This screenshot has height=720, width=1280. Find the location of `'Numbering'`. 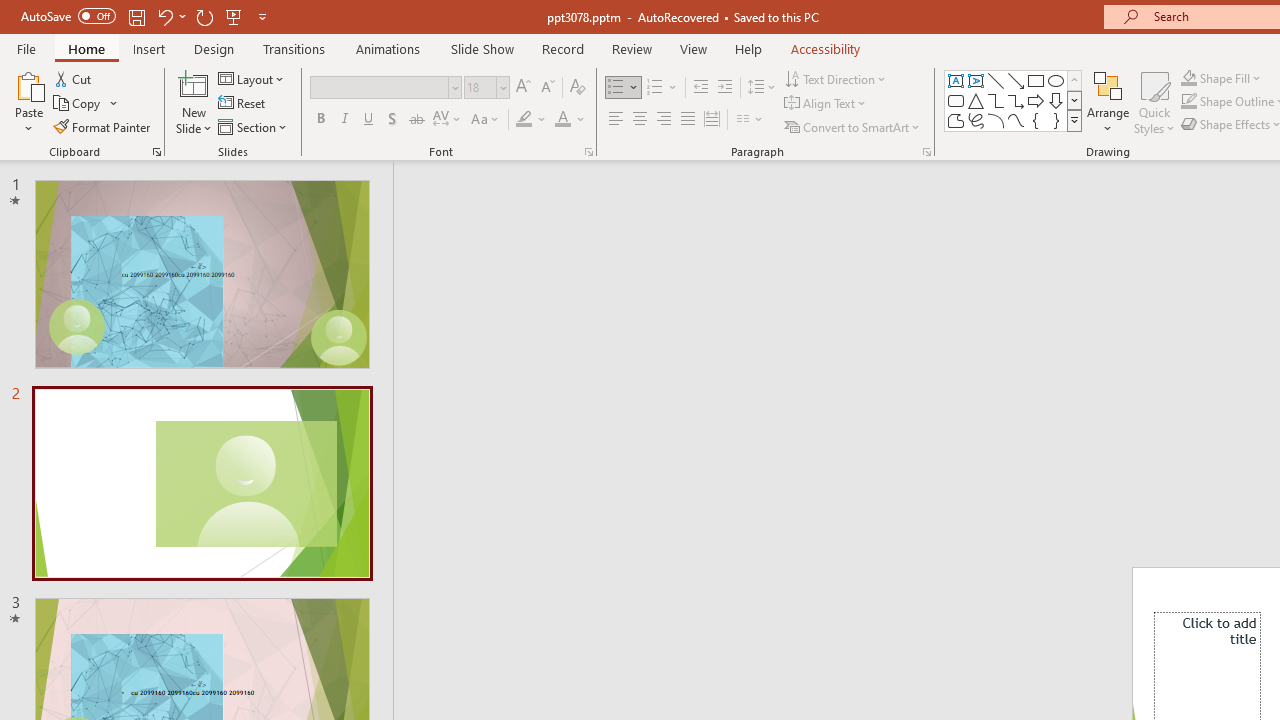

'Numbering' is located at coordinates (662, 86).